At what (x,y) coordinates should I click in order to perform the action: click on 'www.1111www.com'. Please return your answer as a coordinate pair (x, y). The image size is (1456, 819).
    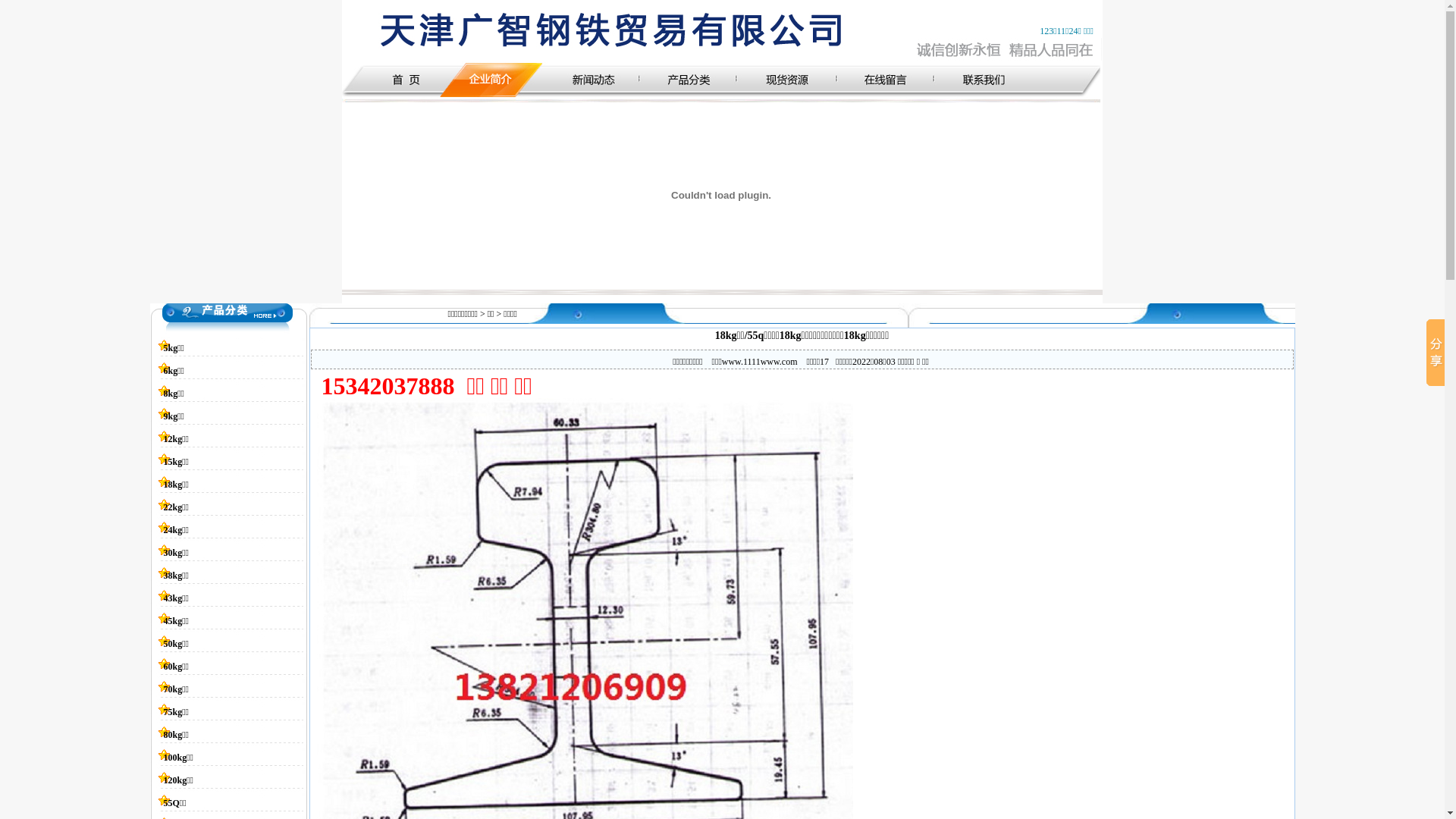
    Looking at the image, I should click on (720, 362).